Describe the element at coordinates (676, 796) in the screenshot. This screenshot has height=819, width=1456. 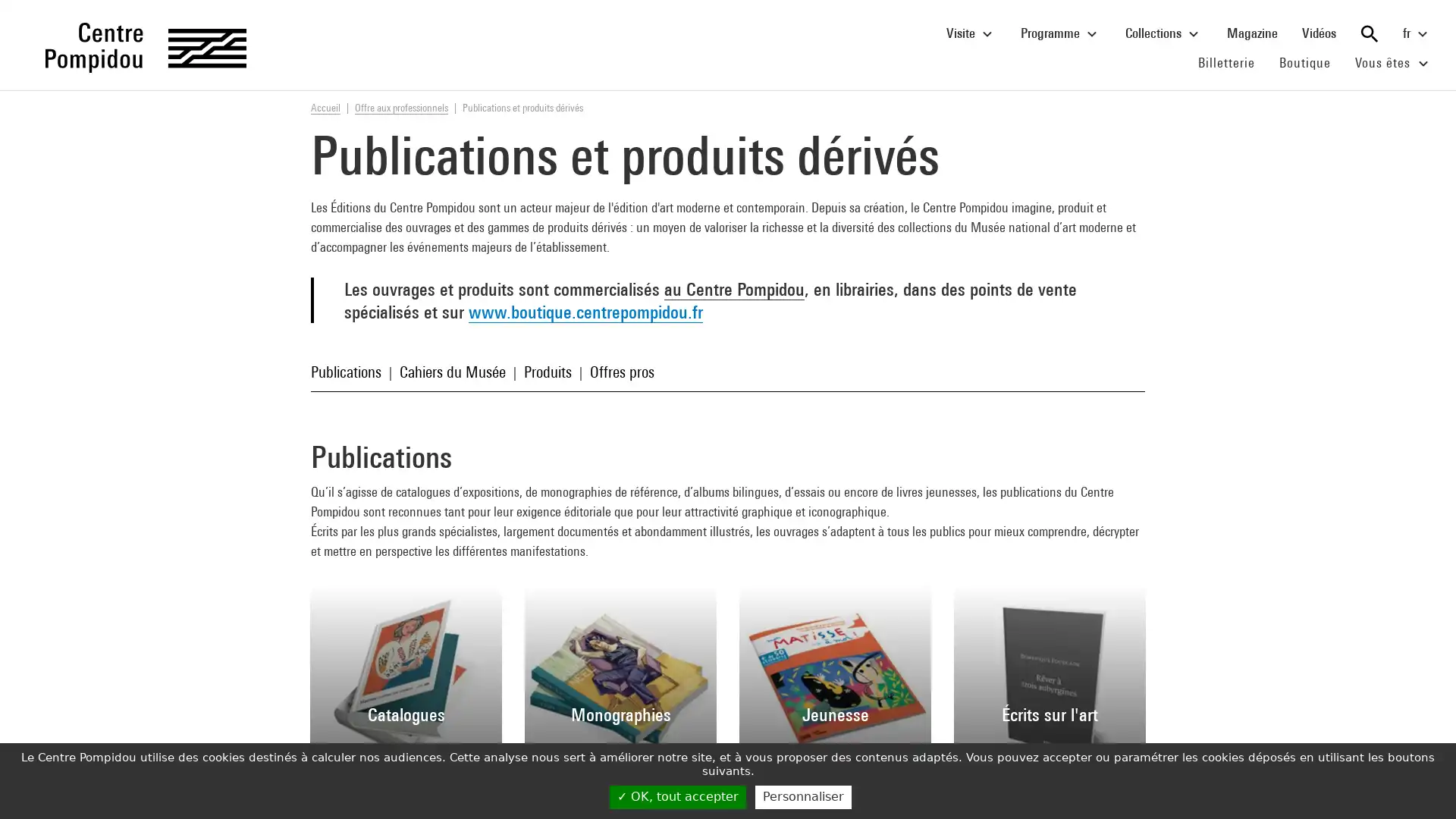
I see `OK, tout accepter` at that location.